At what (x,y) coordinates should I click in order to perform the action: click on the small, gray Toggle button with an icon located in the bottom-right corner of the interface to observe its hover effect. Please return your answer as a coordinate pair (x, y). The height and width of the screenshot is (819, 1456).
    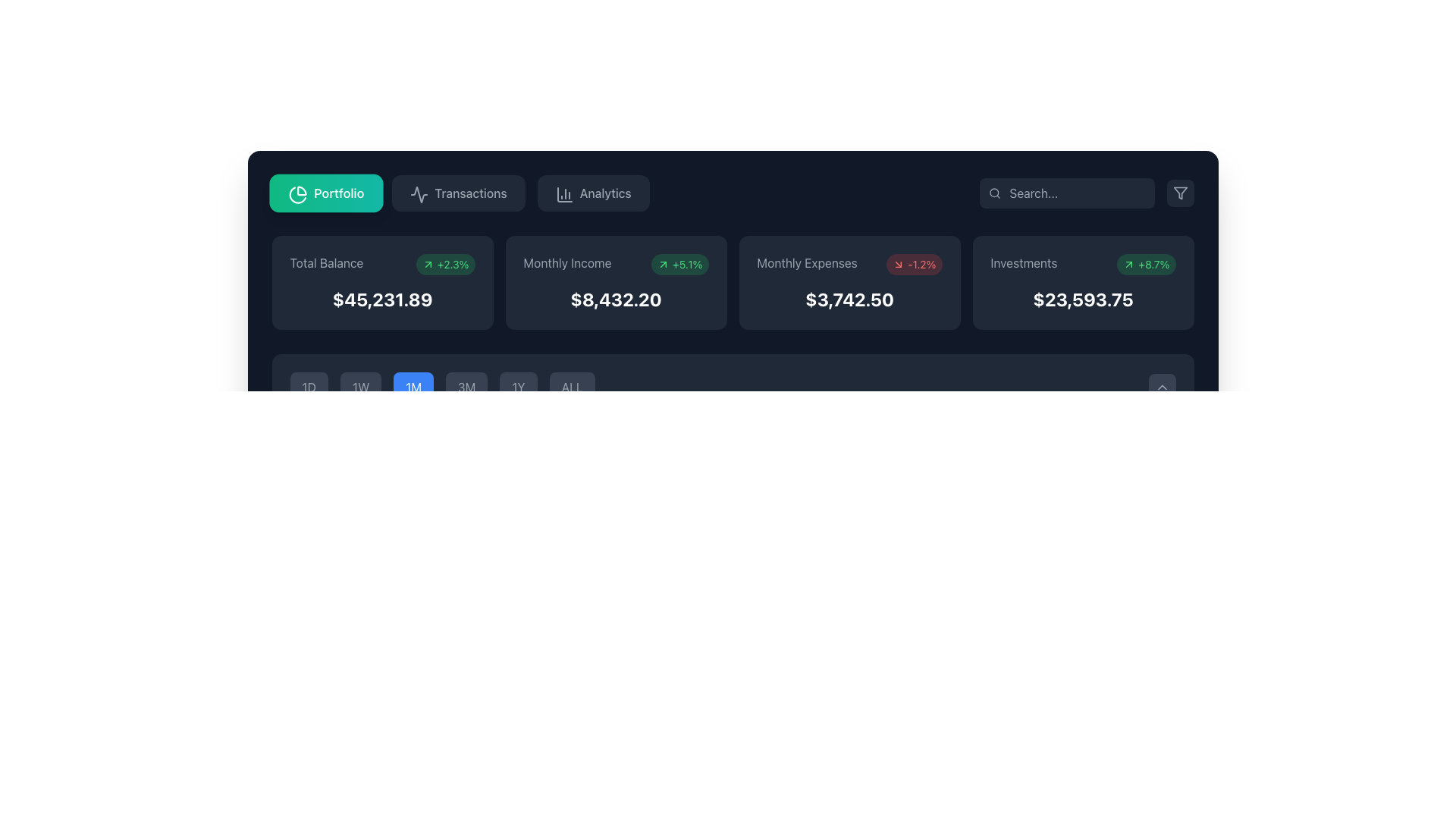
    Looking at the image, I should click on (1161, 386).